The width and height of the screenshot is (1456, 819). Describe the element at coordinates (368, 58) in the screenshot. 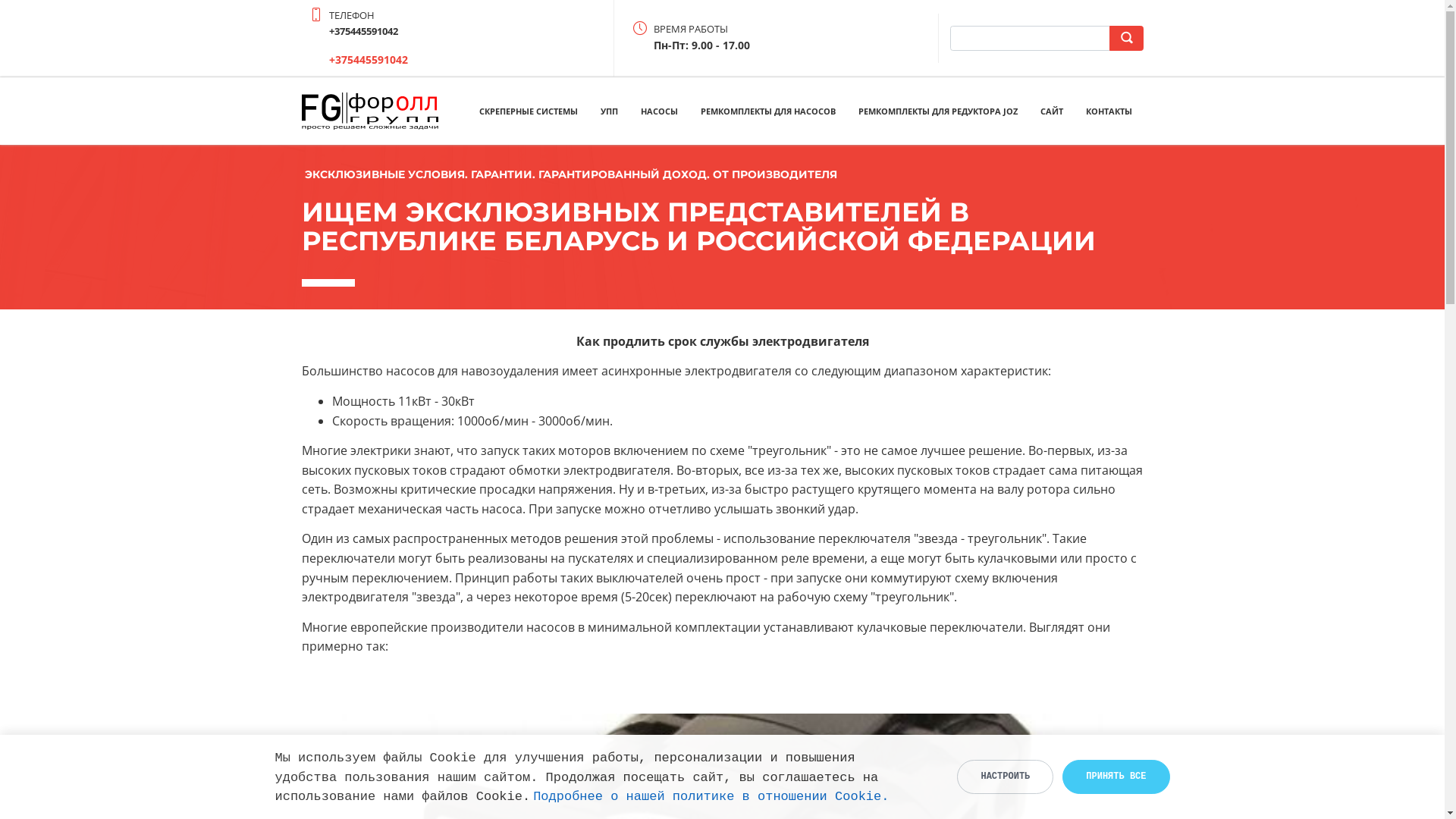

I see `'+375445591042'` at that location.